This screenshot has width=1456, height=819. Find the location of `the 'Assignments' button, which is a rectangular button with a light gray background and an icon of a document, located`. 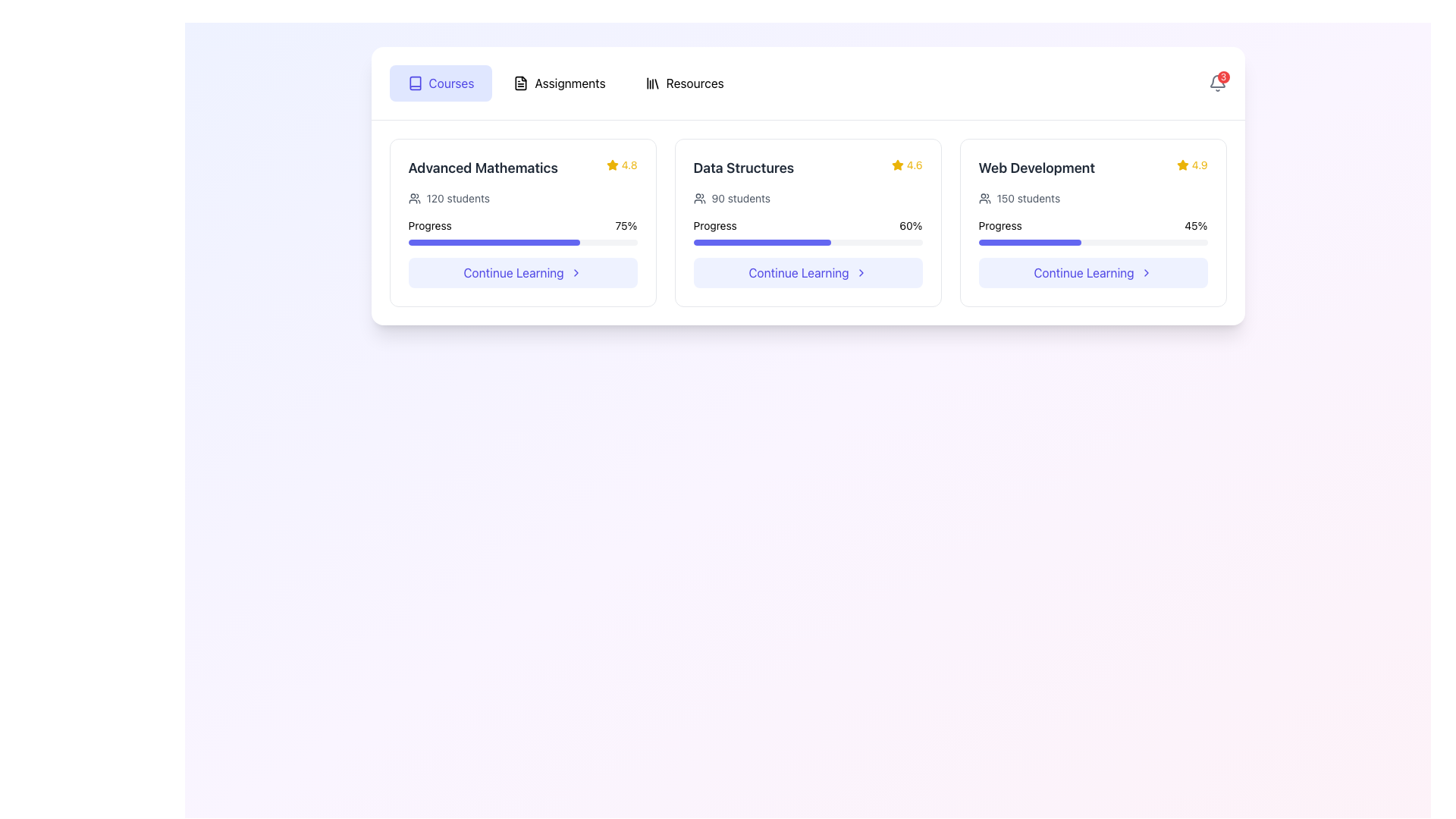

the 'Assignments' button, which is a rectangular button with a light gray background and an icon of a document, located is located at coordinates (559, 83).